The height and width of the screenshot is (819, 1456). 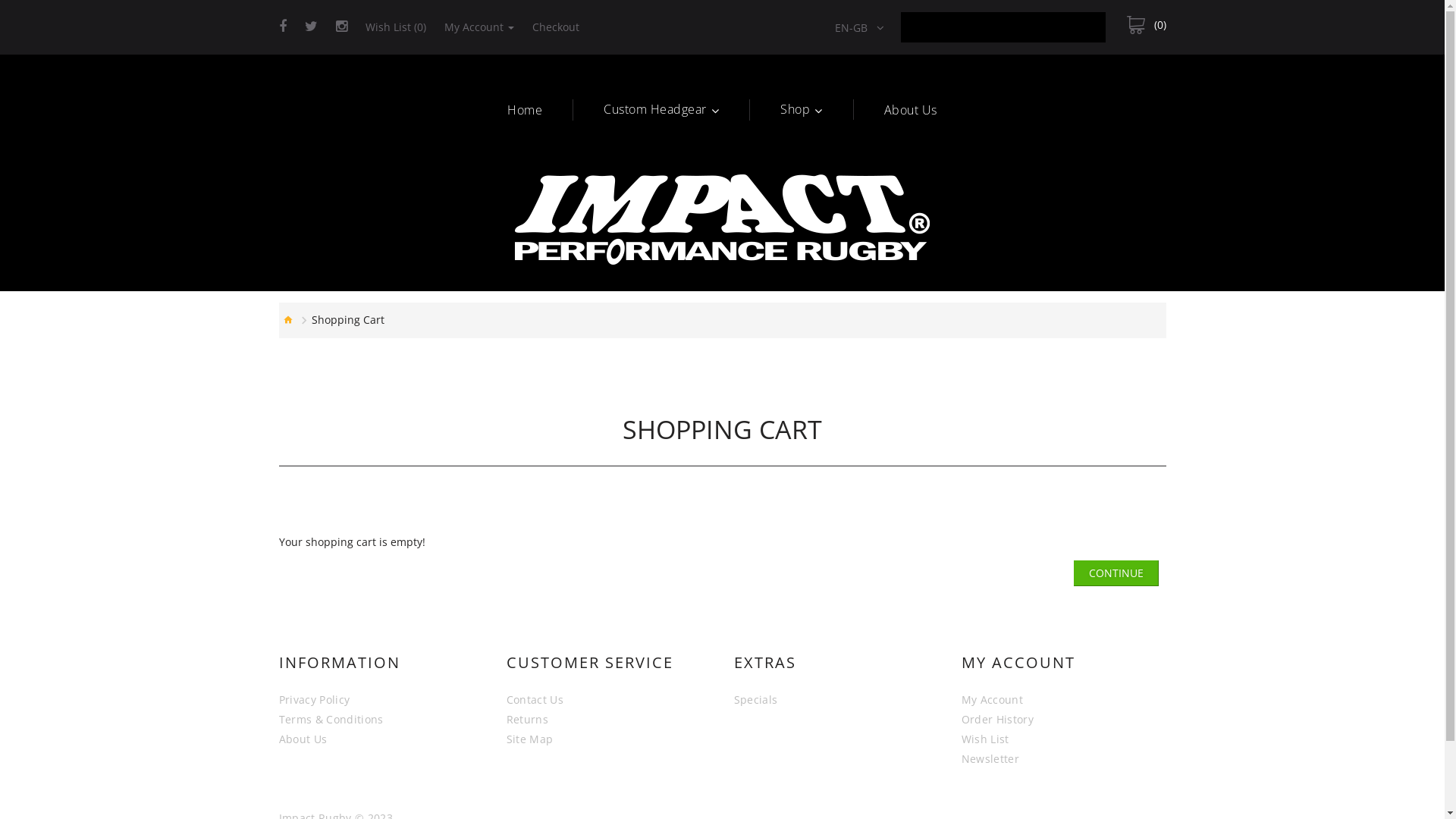 I want to click on 'Privacy Policy', so click(x=313, y=699).